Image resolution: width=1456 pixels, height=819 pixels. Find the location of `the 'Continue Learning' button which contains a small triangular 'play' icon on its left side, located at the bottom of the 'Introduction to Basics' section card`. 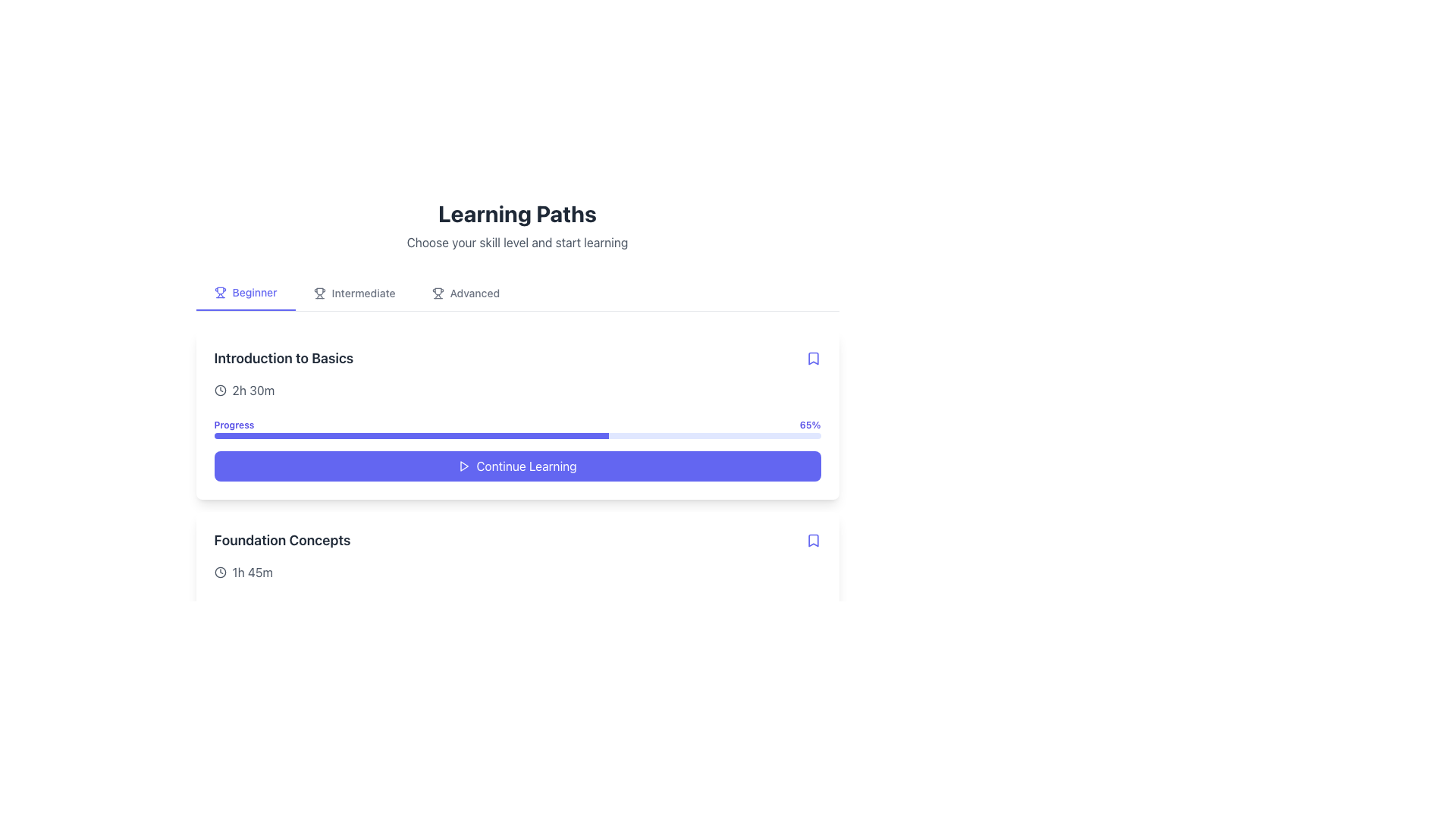

the 'Continue Learning' button which contains a small triangular 'play' icon on its left side, located at the bottom of the 'Introduction to Basics' section card is located at coordinates (463, 465).